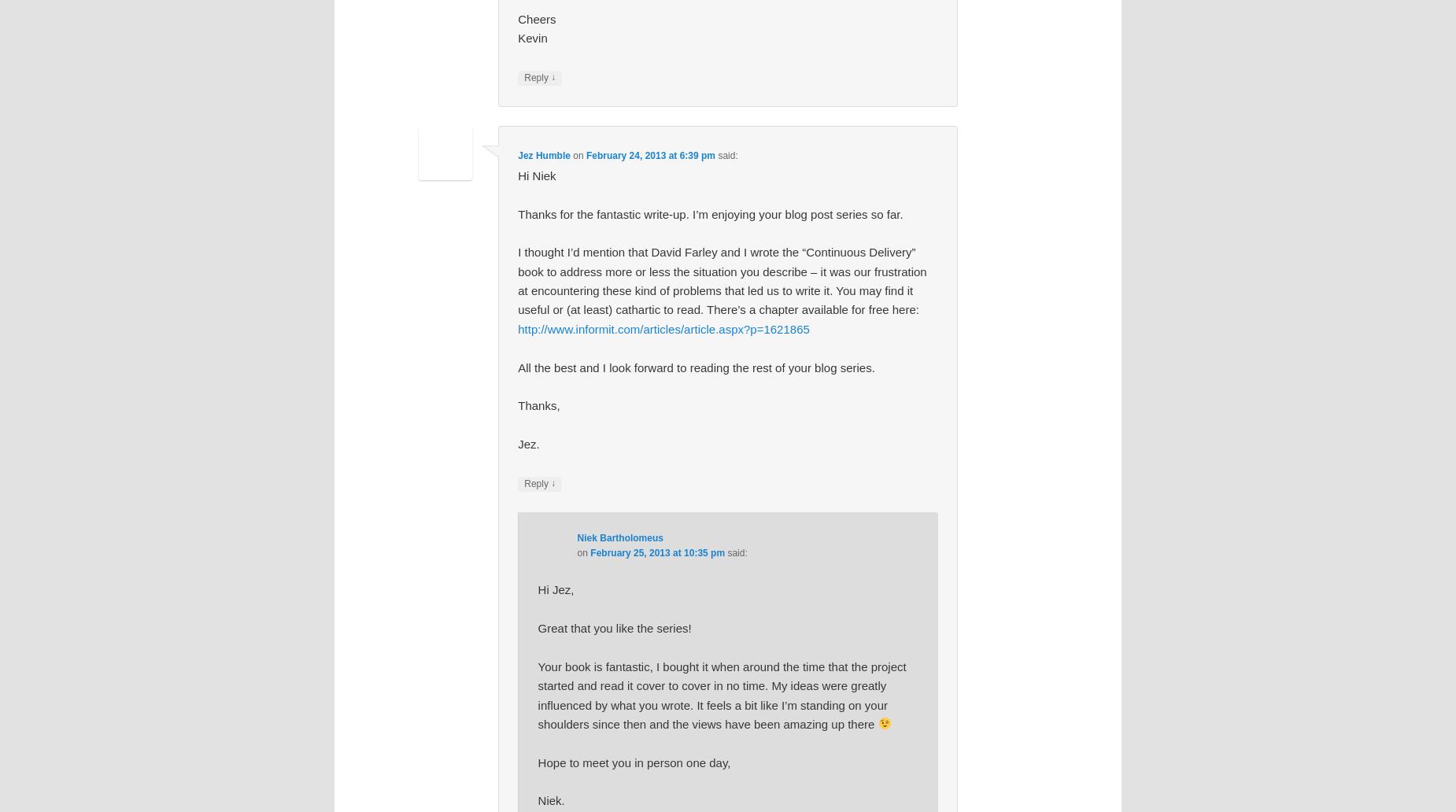 This screenshot has width=1456, height=812. I want to click on 'Hope to meet you in person one day,', so click(634, 761).